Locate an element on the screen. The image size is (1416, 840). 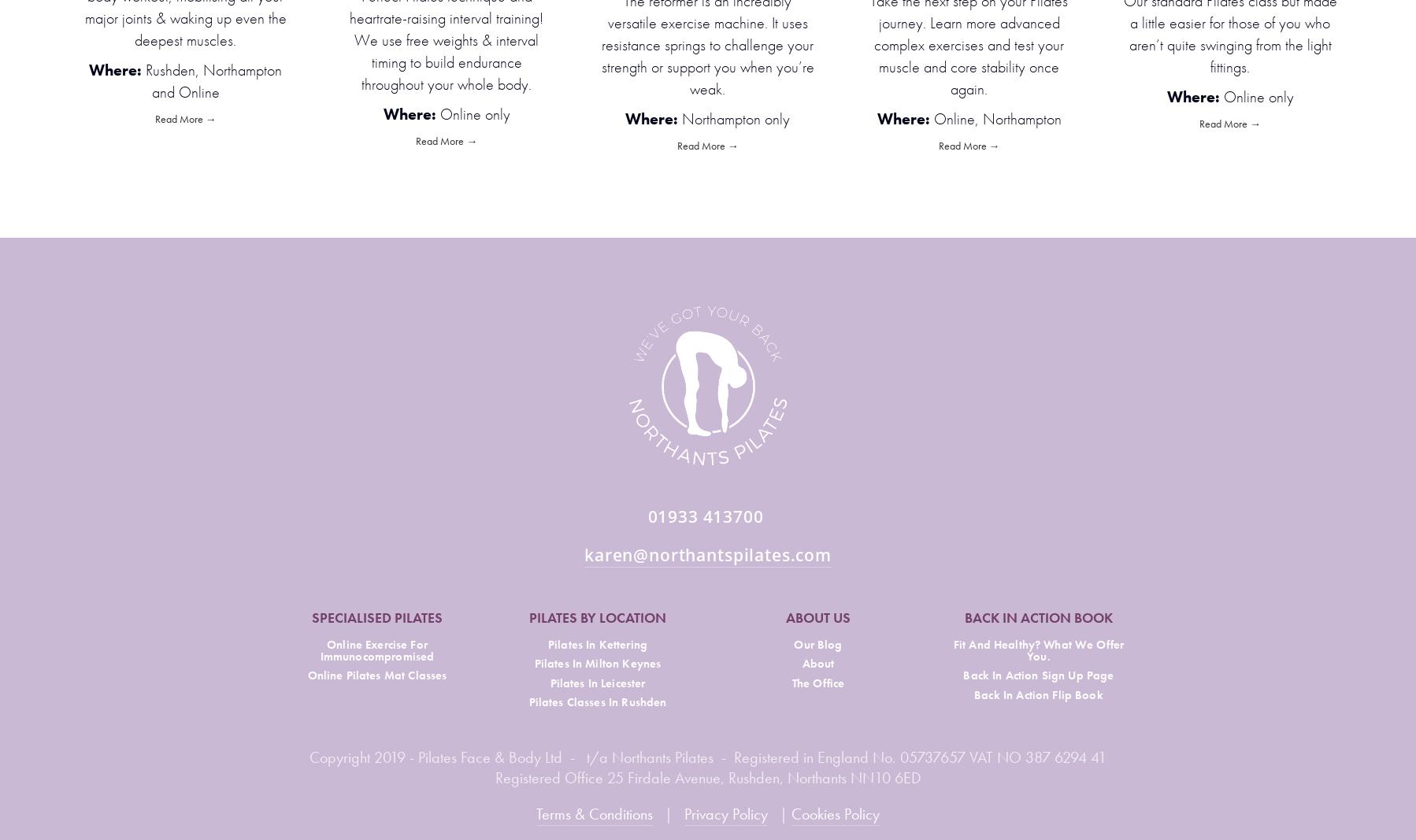
'Copyright 2019 - Pilates Face & Body Ltd  -   t/a Northants Pilates  -  Registered in England No. 05737657 VAT NO 387 6294 41' is located at coordinates (708, 757).